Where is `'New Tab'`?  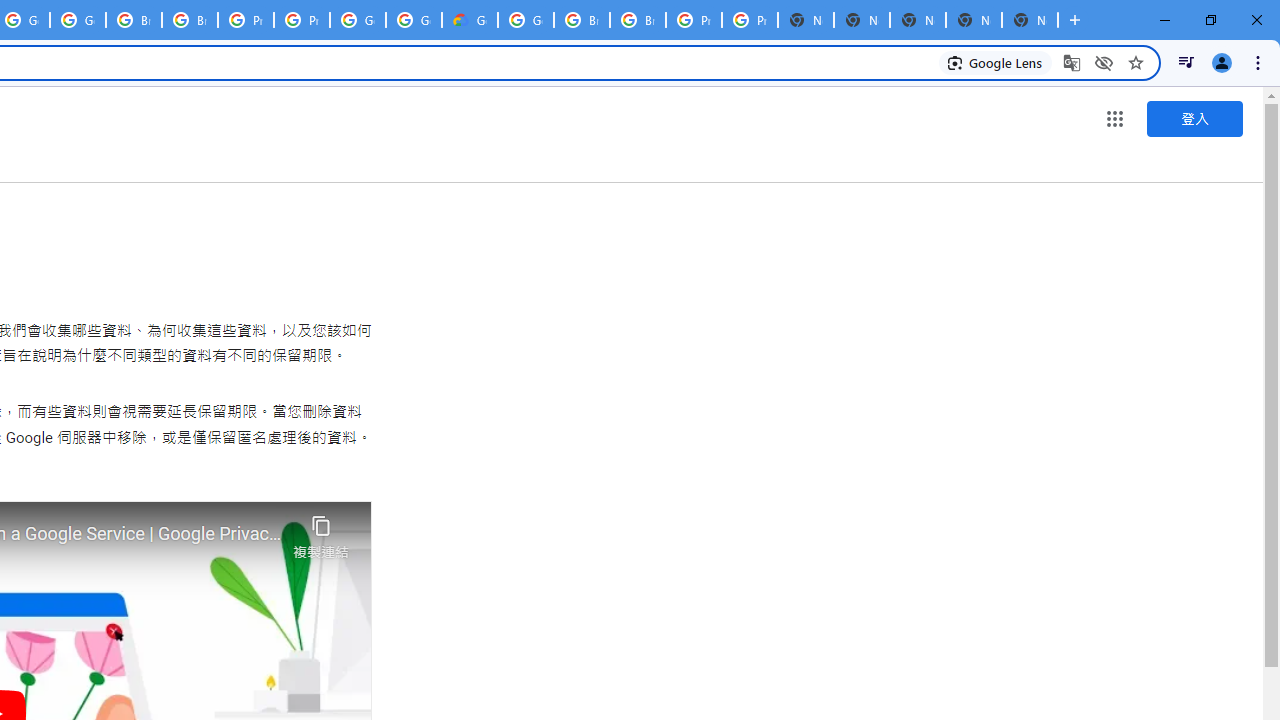 'New Tab' is located at coordinates (1074, 20).